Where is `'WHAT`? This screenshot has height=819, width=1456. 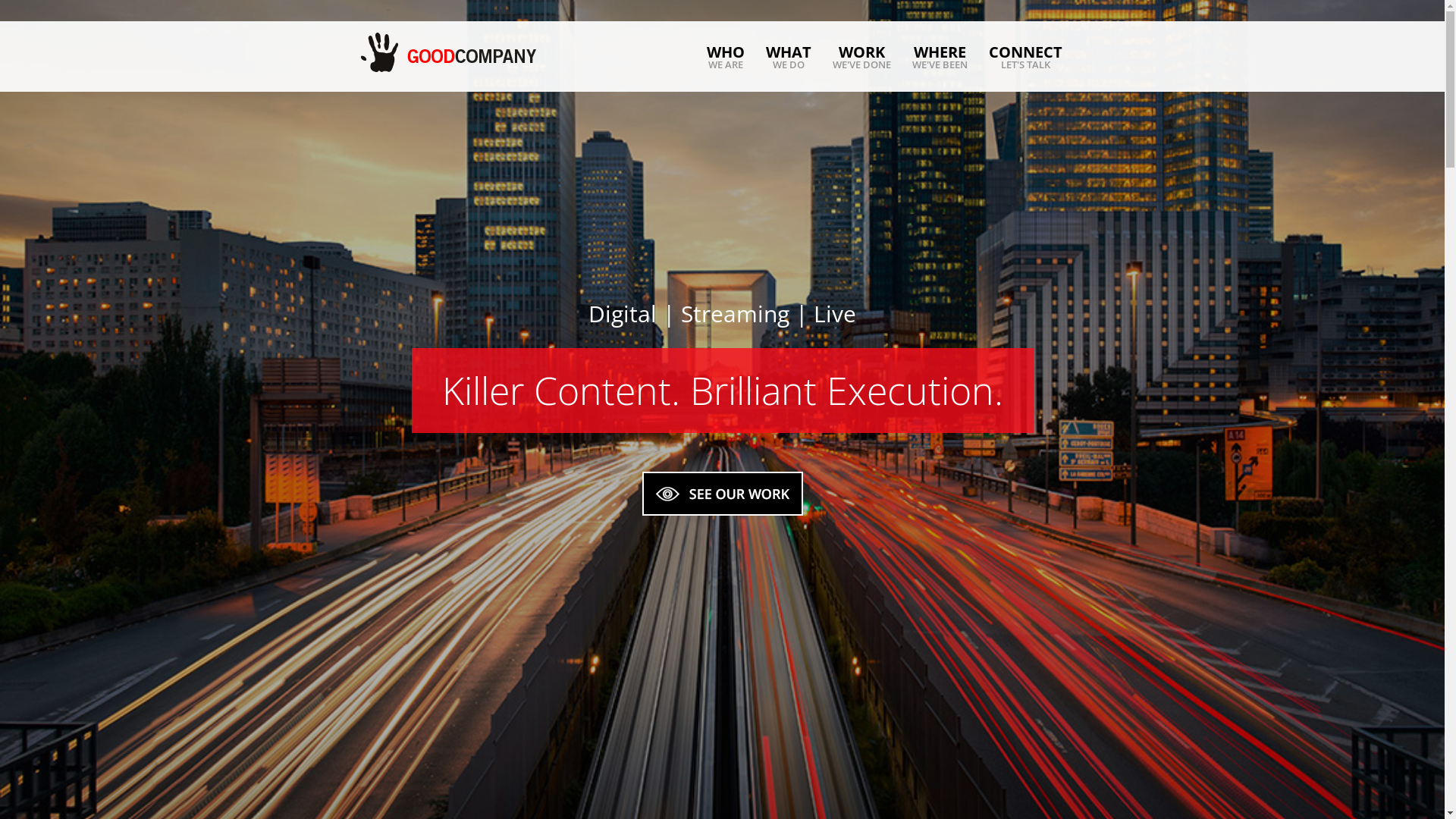
'WHAT is located at coordinates (789, 56).